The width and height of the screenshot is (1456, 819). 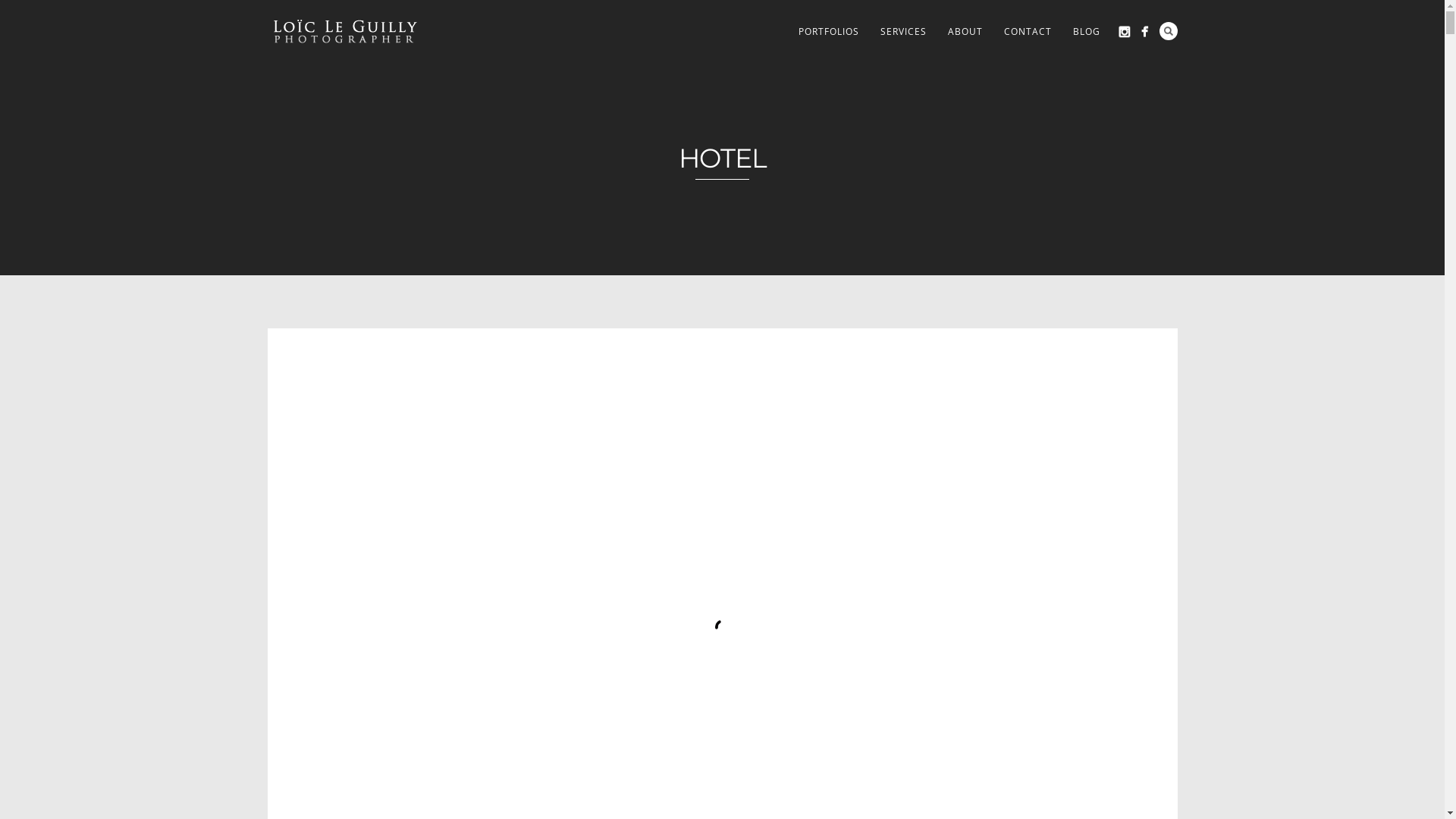 I want to click on 'BLOG', so click(x=1061, y=32).